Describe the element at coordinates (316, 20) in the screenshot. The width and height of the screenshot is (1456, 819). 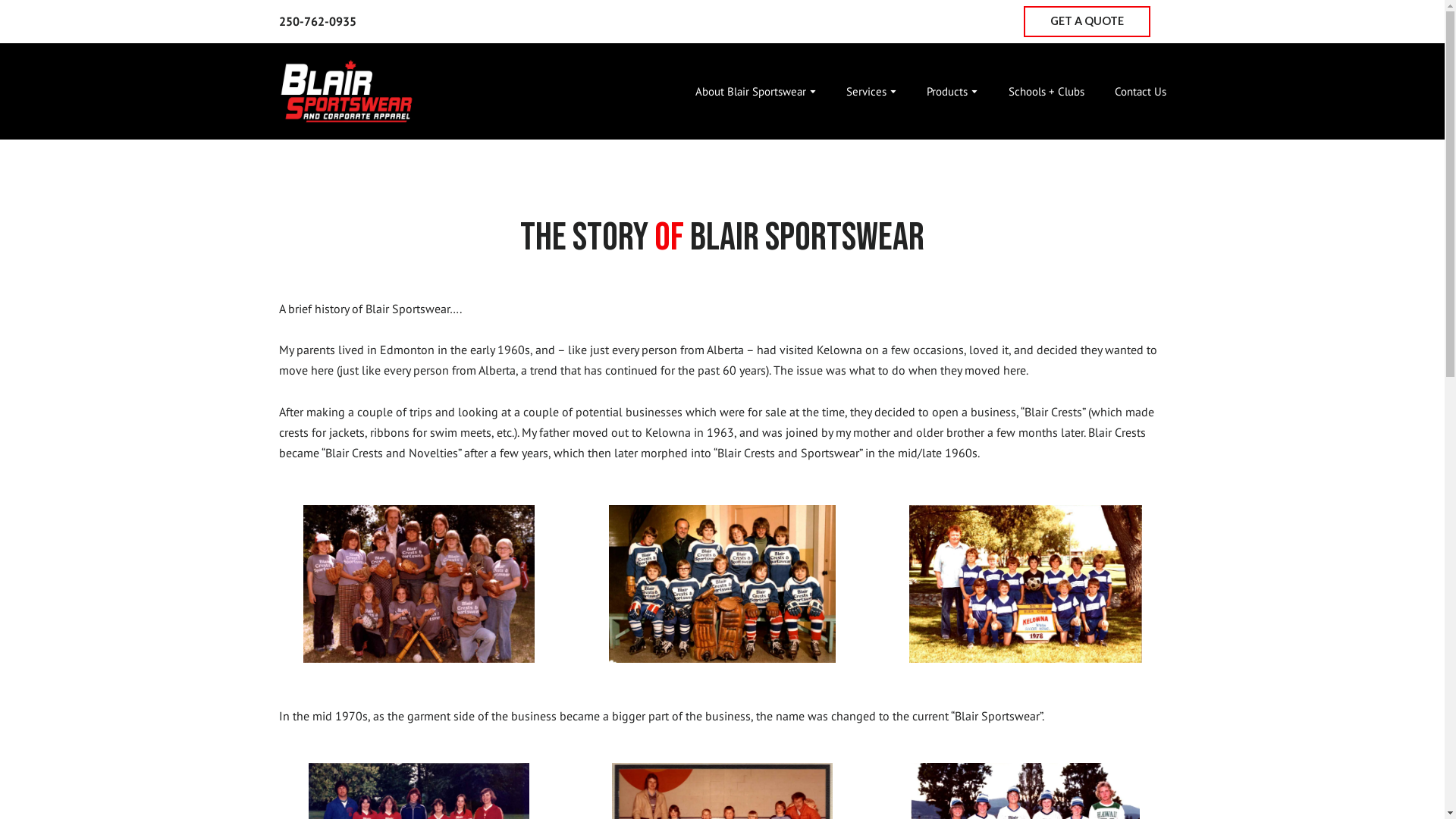
I see `'250-762-0935'` at that location.